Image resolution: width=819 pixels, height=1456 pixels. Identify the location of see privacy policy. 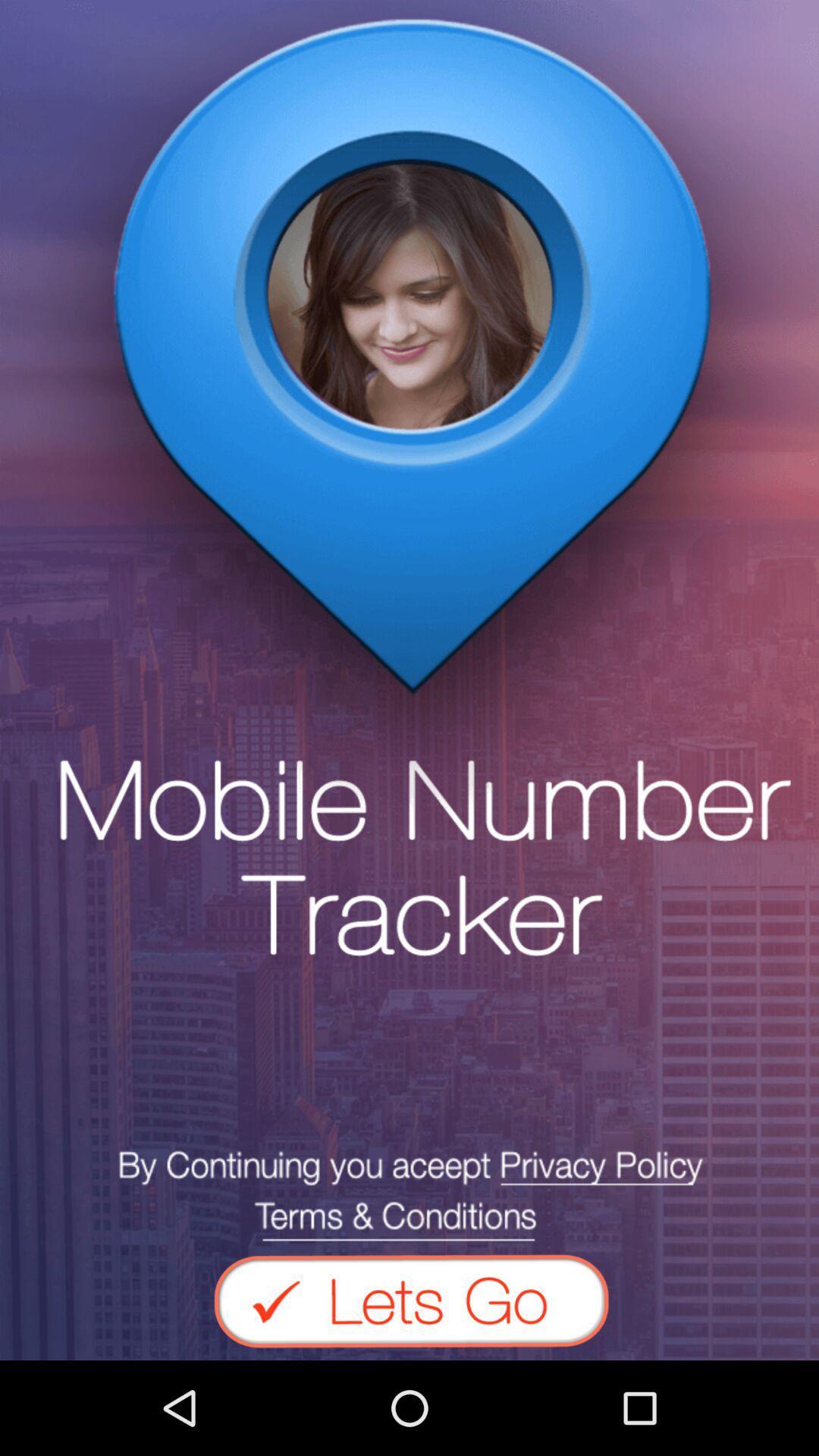
(409, 1194).